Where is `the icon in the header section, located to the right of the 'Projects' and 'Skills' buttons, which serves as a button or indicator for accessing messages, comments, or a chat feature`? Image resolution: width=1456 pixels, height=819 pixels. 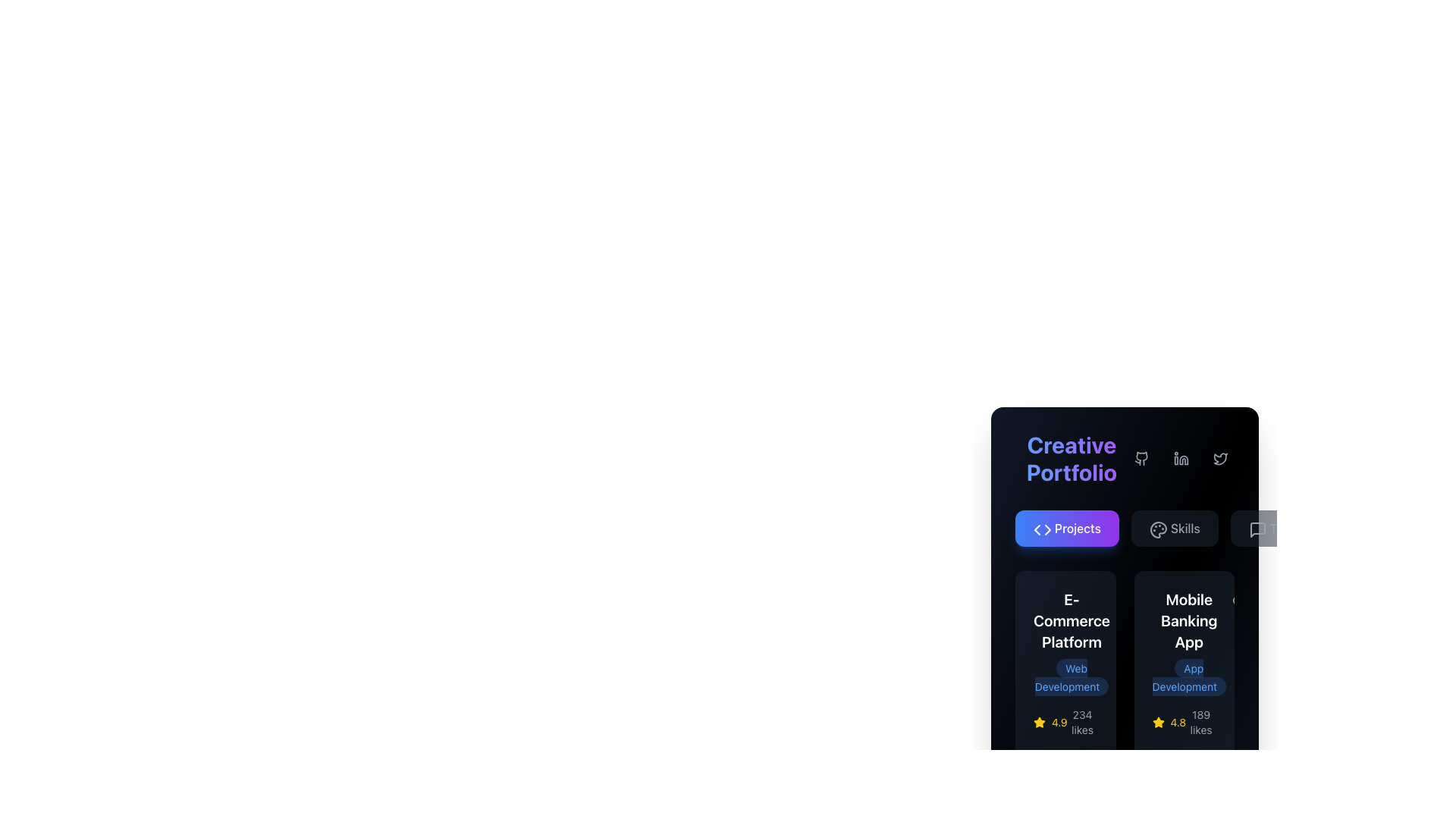
the icon in the header section, located to the right of the 'Projects' and 'Skills' buttons, which serves as a button or indicator for accessing messages, comments, or a chat feature is located at coordinates (1257, 529).